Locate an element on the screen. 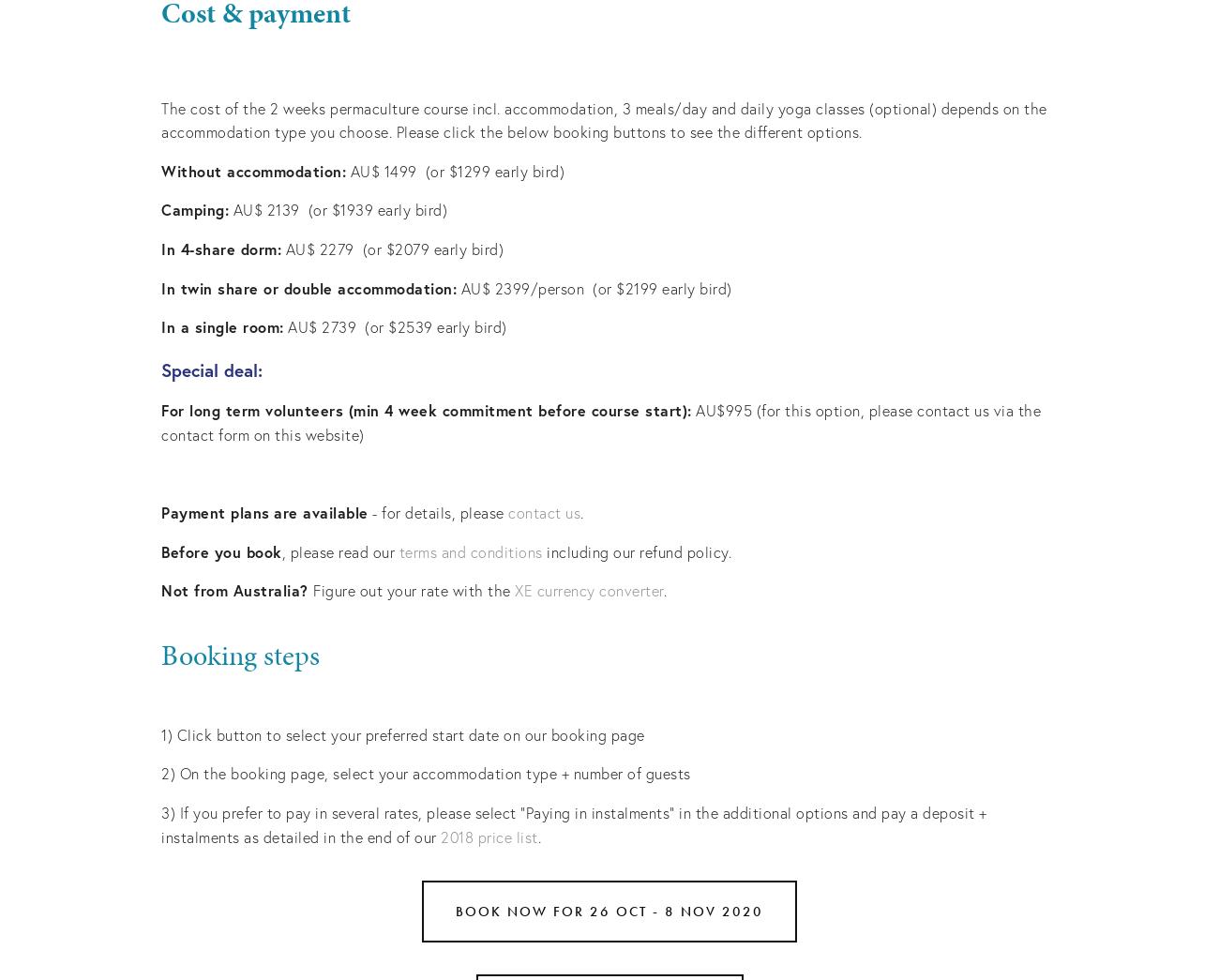  'AU$ 1499  (or $1299 early bird)' is located at coordinates (454, 170).